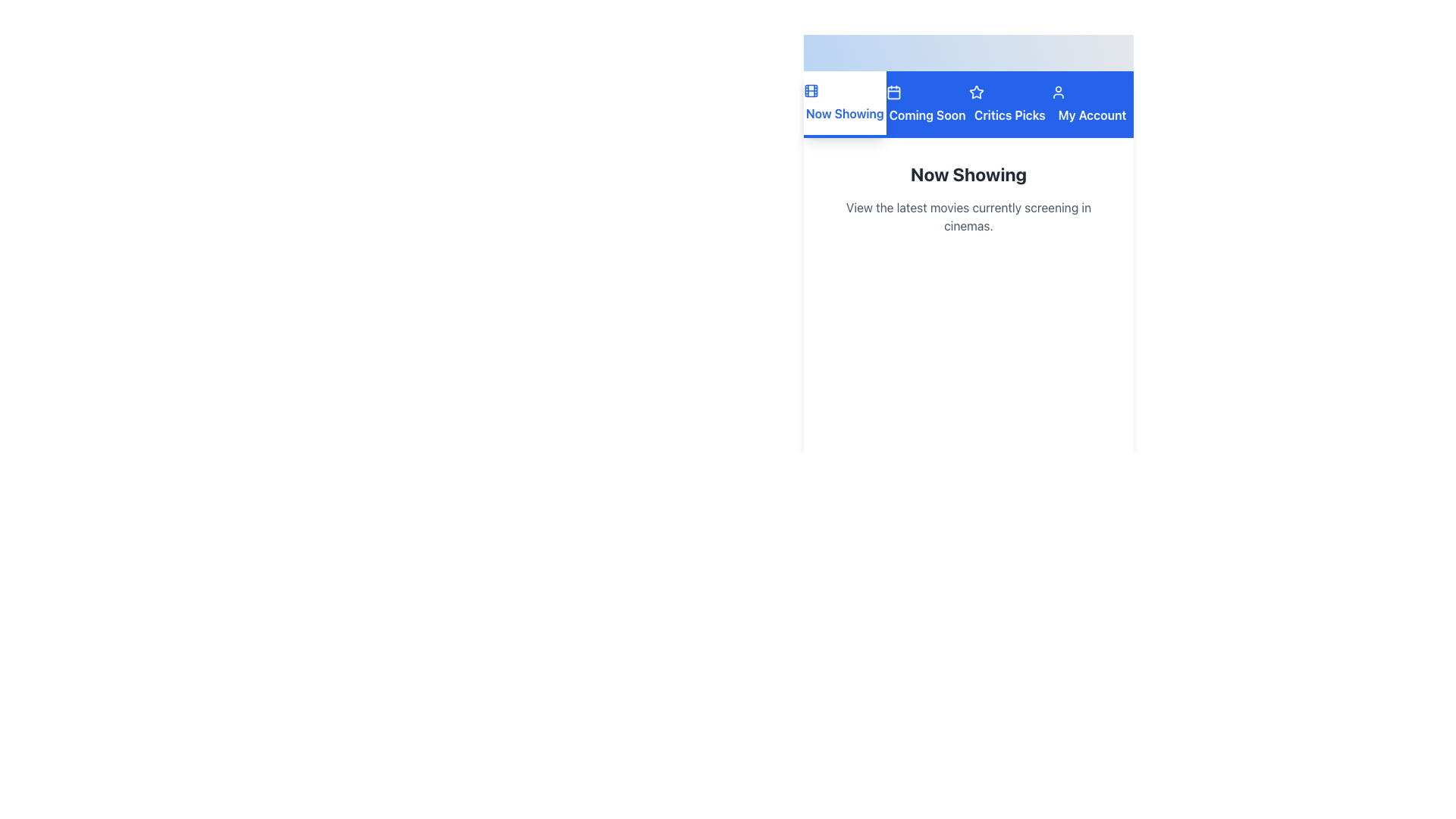  What do you see at coordinates (976, 92) in the screenshot?
I see `the blue star icon located` at bounding box center [976, 92].